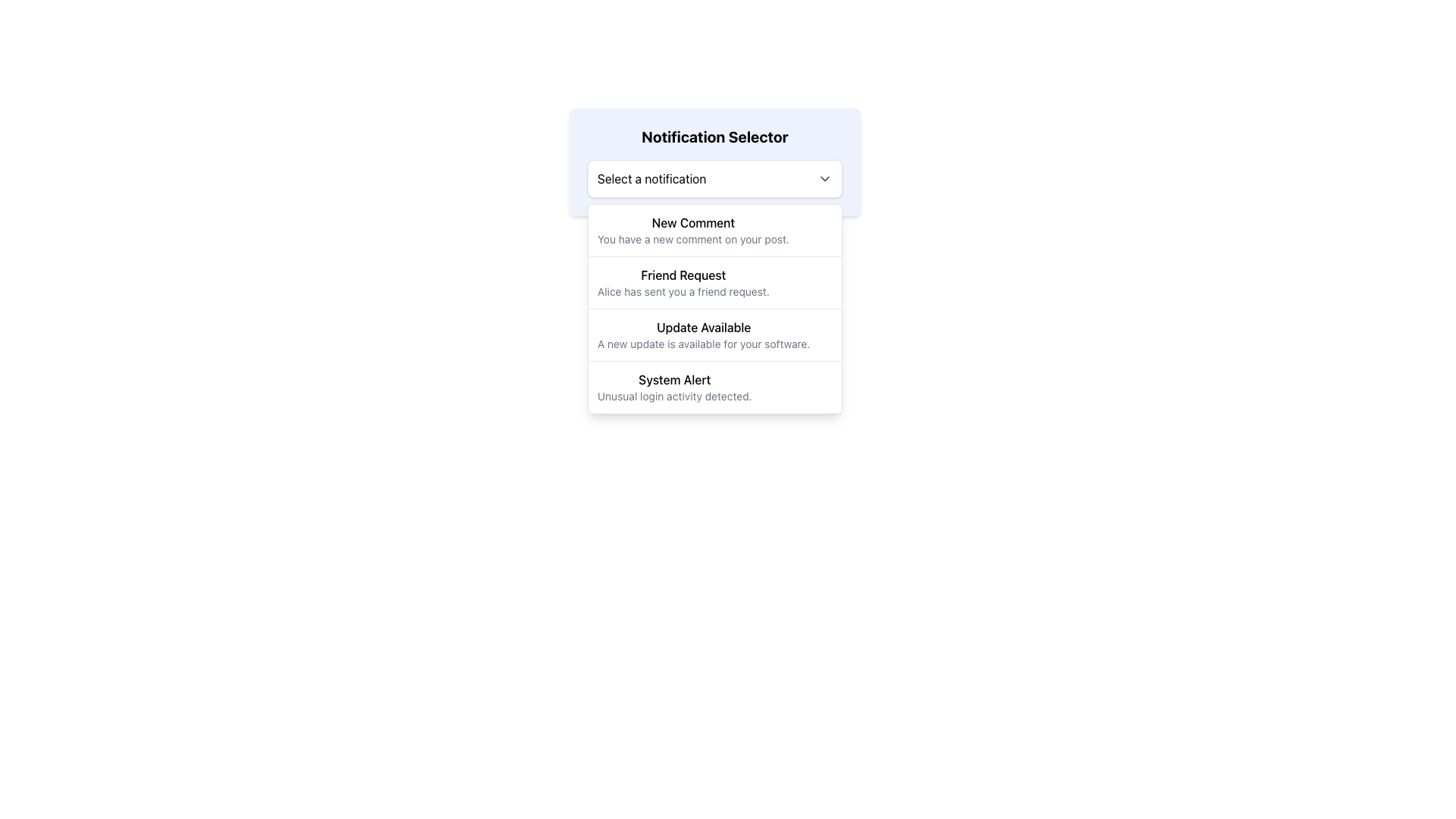 This screenshot has width=1456, height=819. What do you see at coordinates (673, 386) in the screenshot?
I see `the notification item titled 'System Alert' with the description 'Unusual login activity detected' located in the dropdown panel under 'Notification Selector'` at bounding box center [673, 386].